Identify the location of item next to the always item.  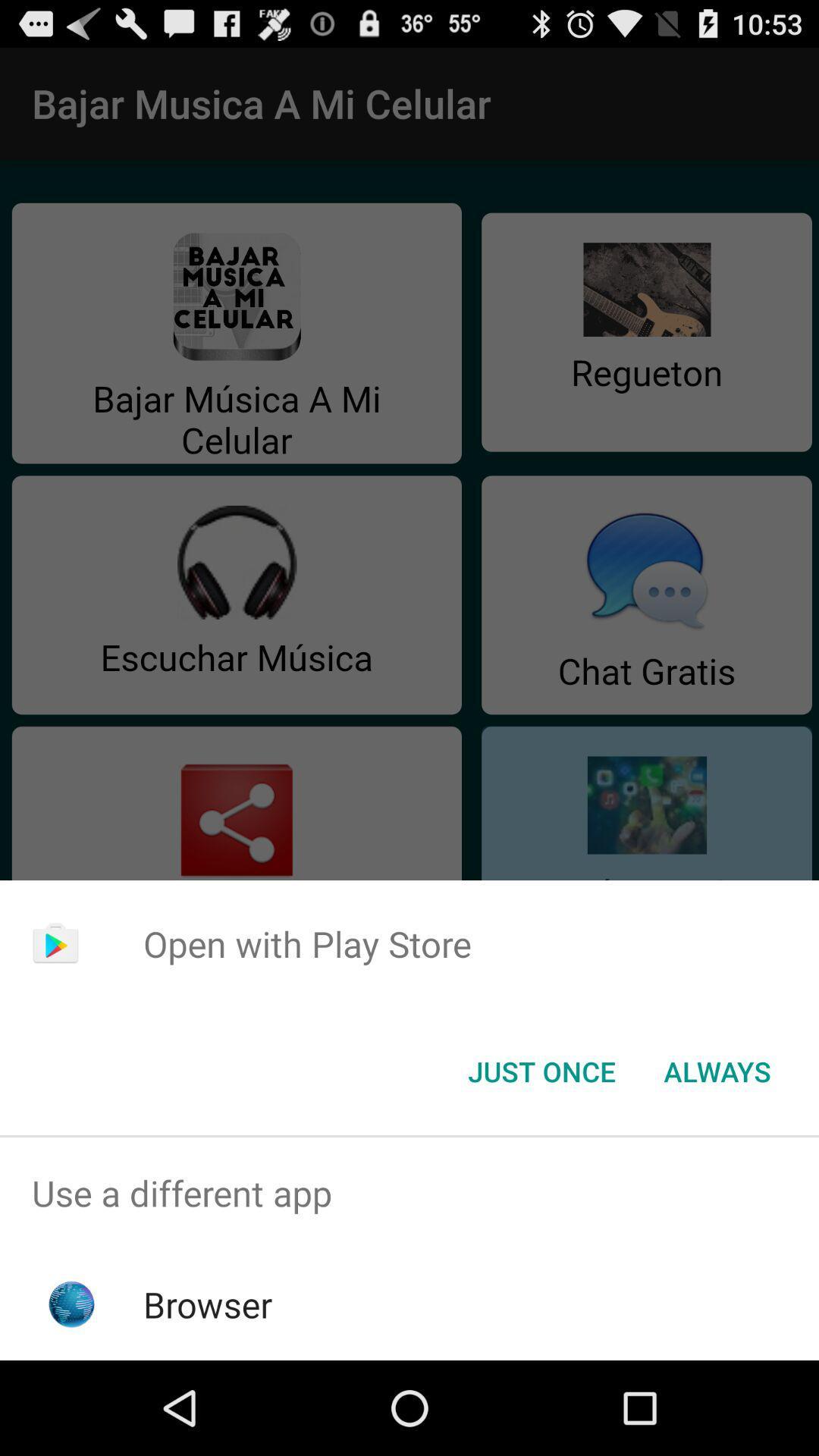
(541, 1070).